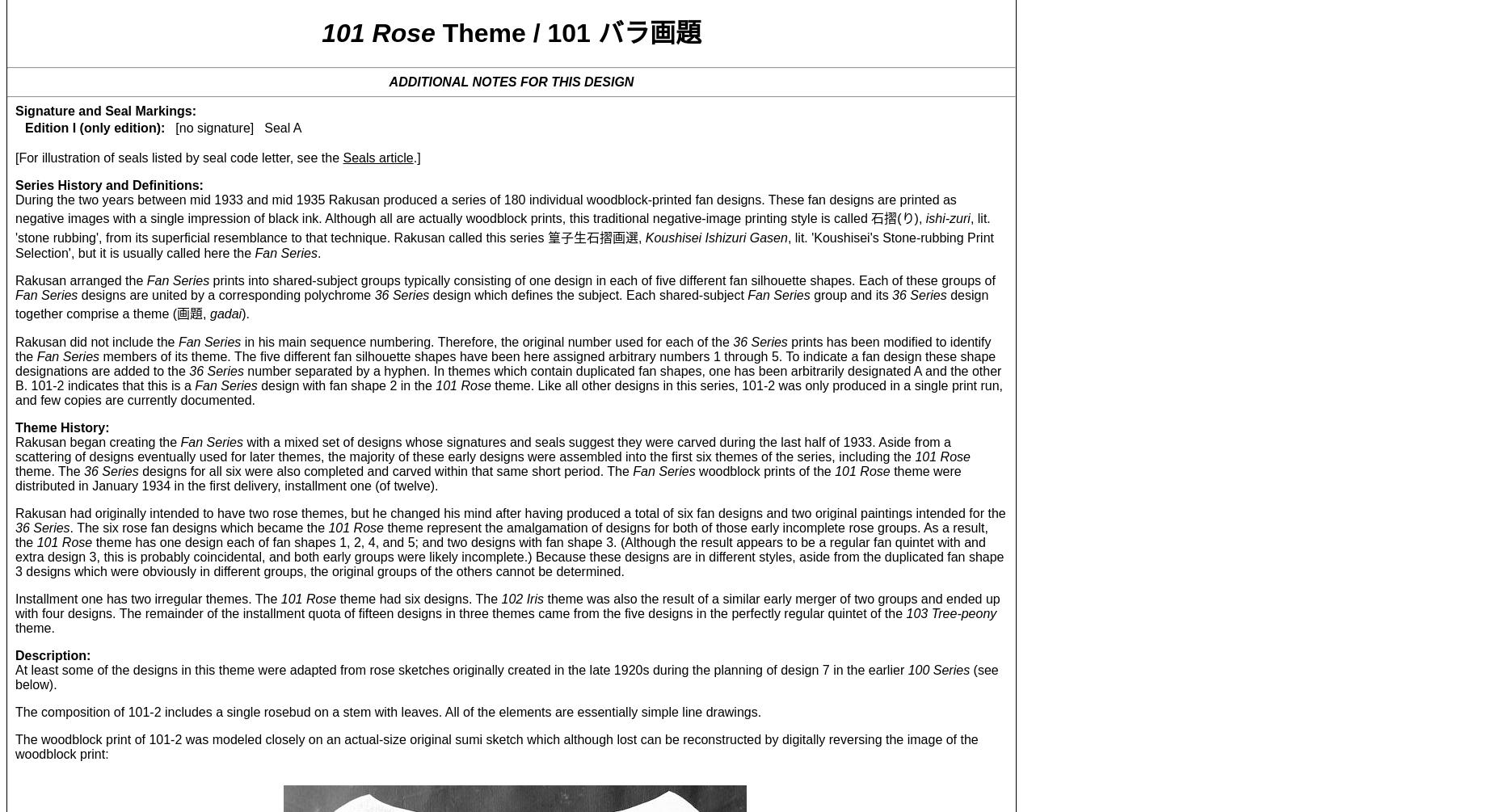 The image size is (1495, 812). What do you see at coordinates (94, 127) in the screenshot?
I see `'Edition I (only edition):'` at bounding box center [94, 127].